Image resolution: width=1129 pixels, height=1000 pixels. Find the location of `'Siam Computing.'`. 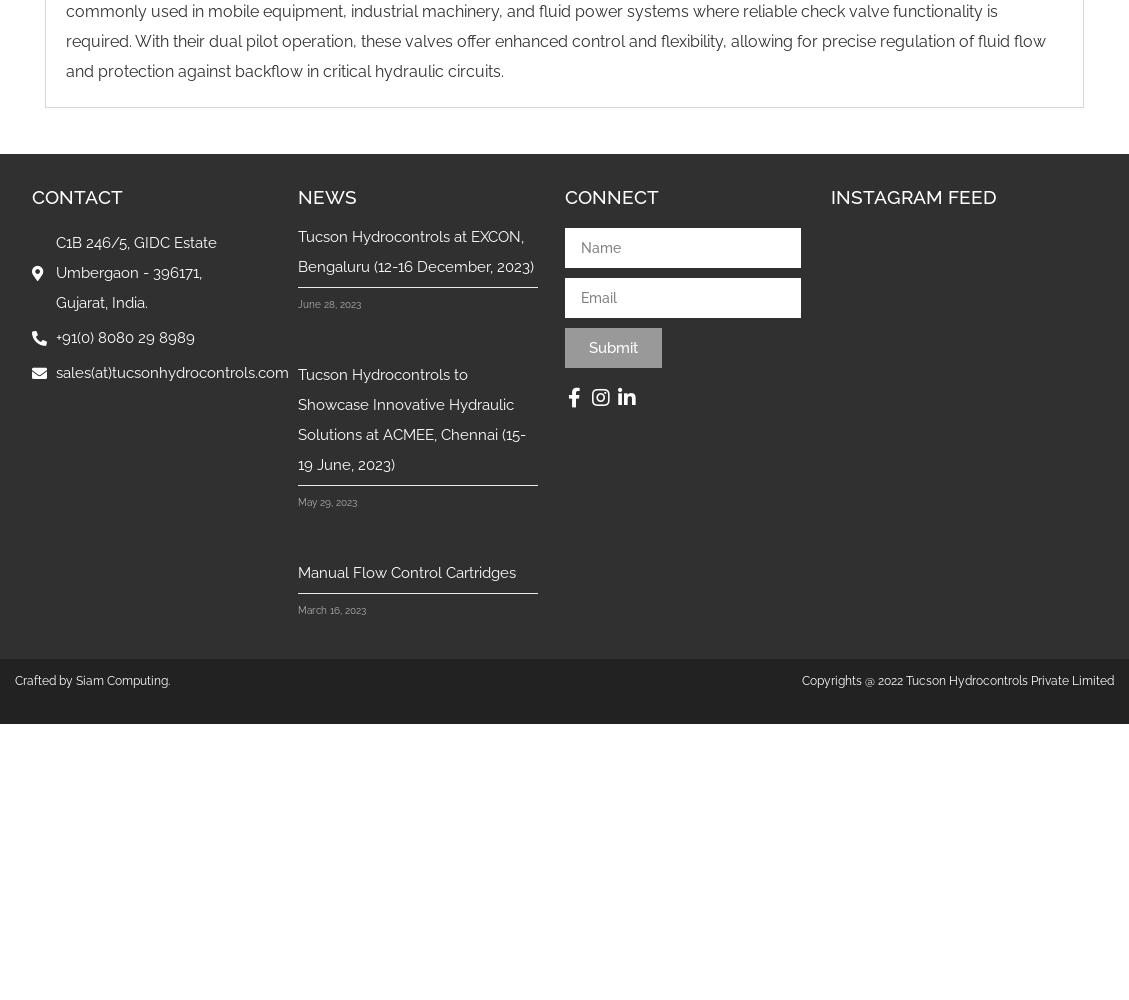

'Siam Computing.' is located at coordinates (122, 681).